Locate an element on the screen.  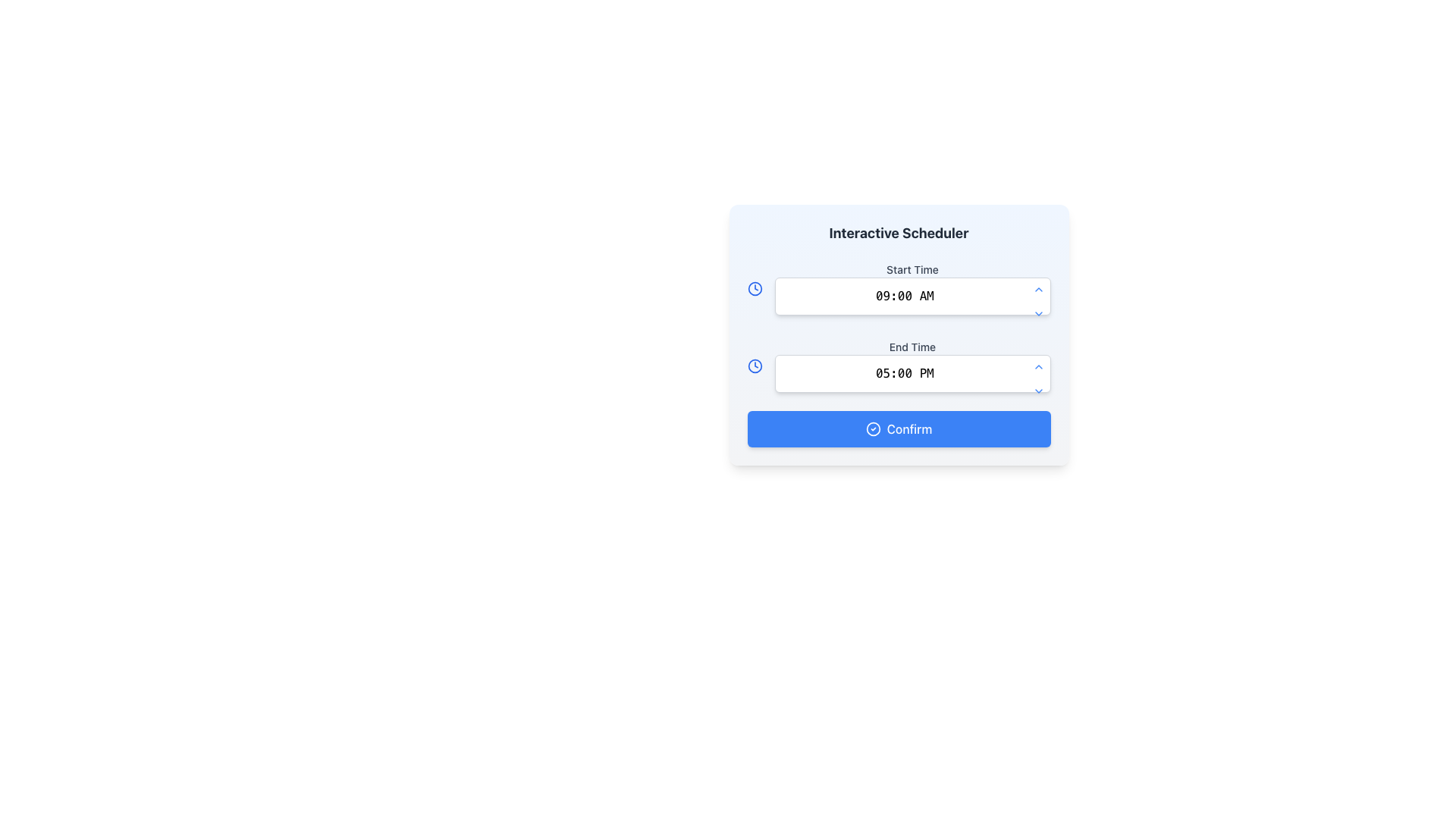
the upward arrow of the stepper control component located immediately to the right of the 'Start Time' input field to increment the time is located at coordinates (1037, 301).